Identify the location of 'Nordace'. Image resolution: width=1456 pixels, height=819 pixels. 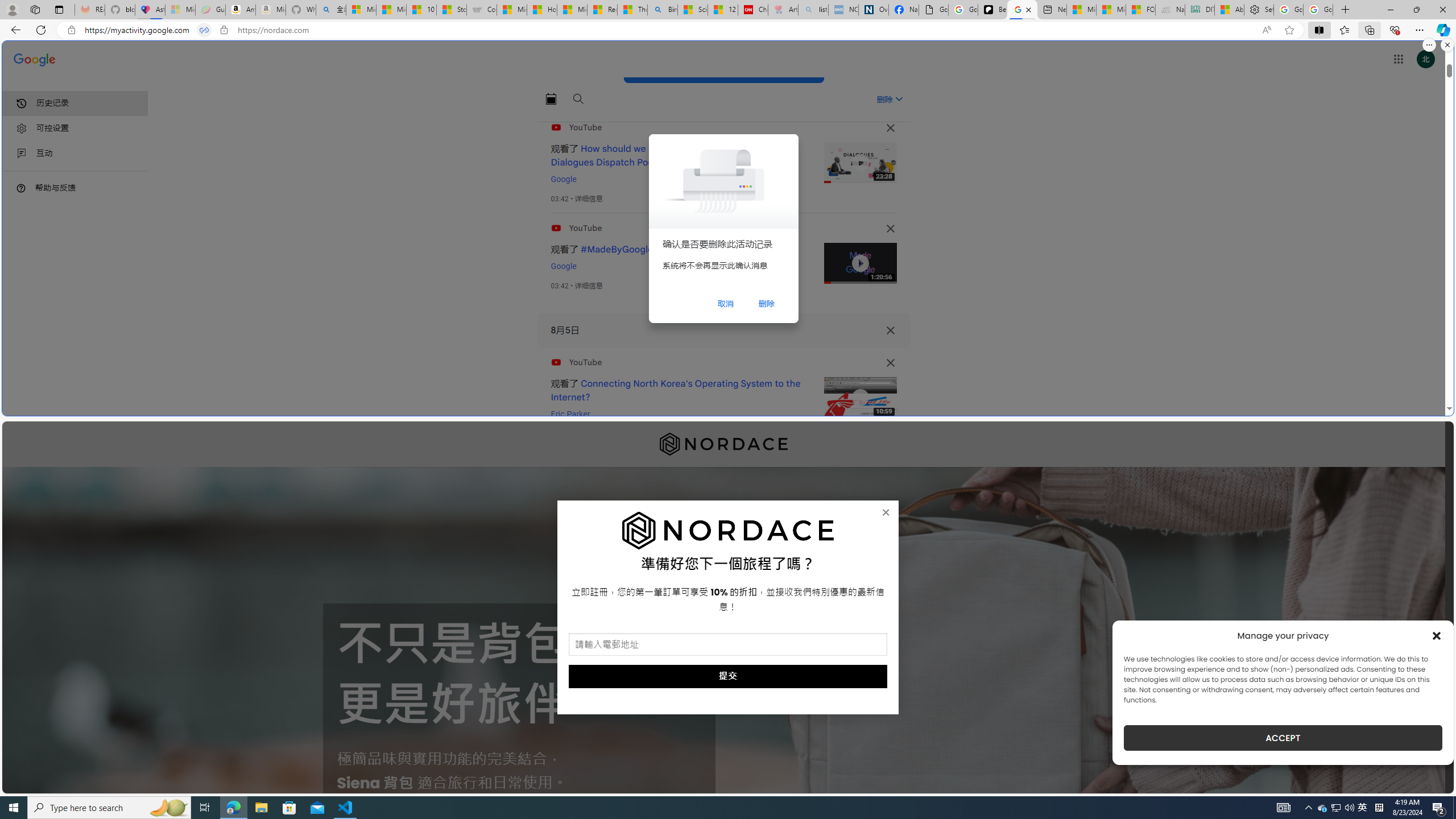
(723, 444).